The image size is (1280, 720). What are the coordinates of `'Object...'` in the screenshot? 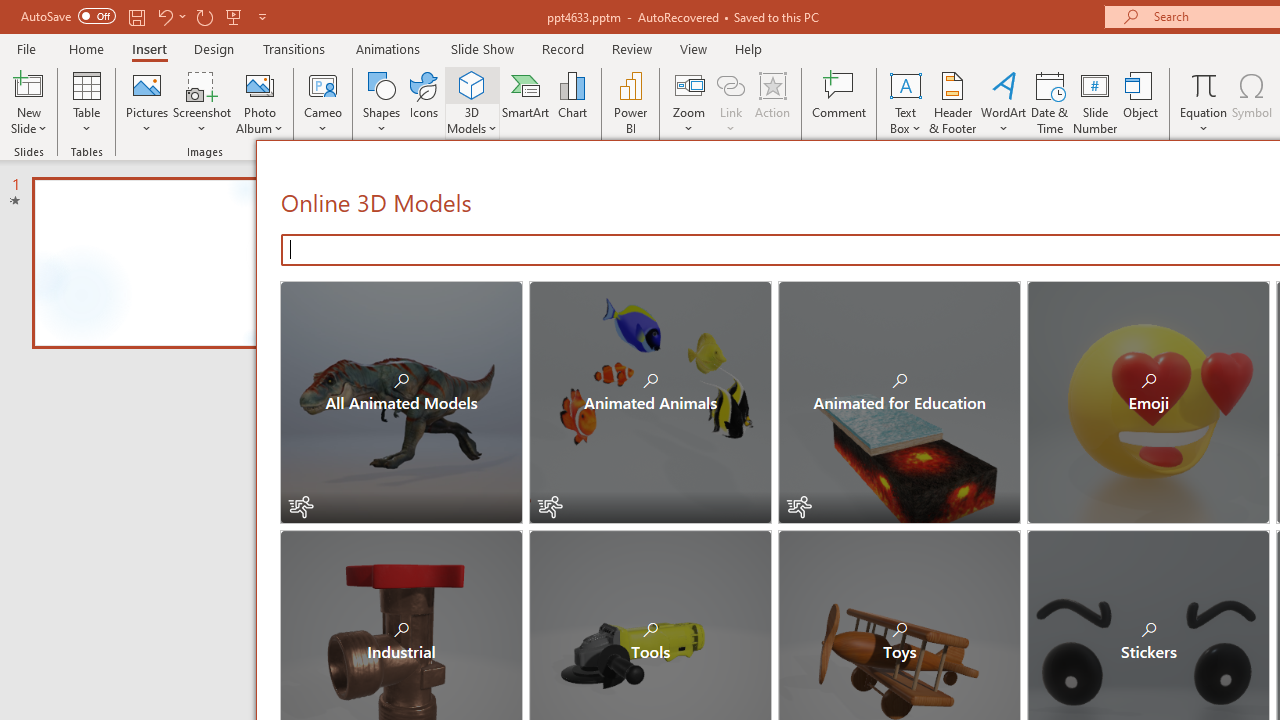 It's located at (1141, 103).